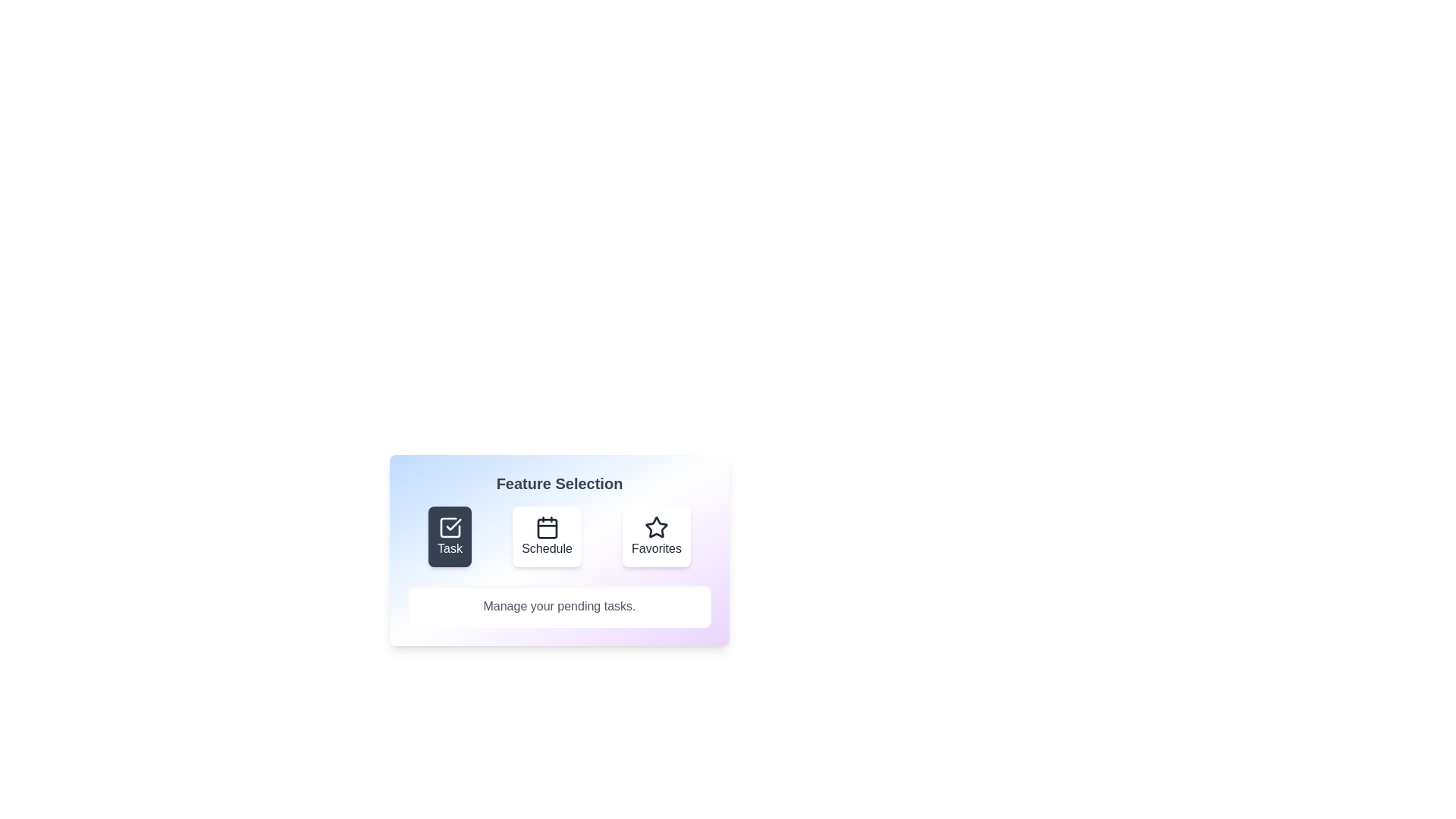 The image size is (1456, 819). Describe the element at coordinates (449, 536) in the screenshot. I see `the feature Task by clicking the corresponding button` at that location.